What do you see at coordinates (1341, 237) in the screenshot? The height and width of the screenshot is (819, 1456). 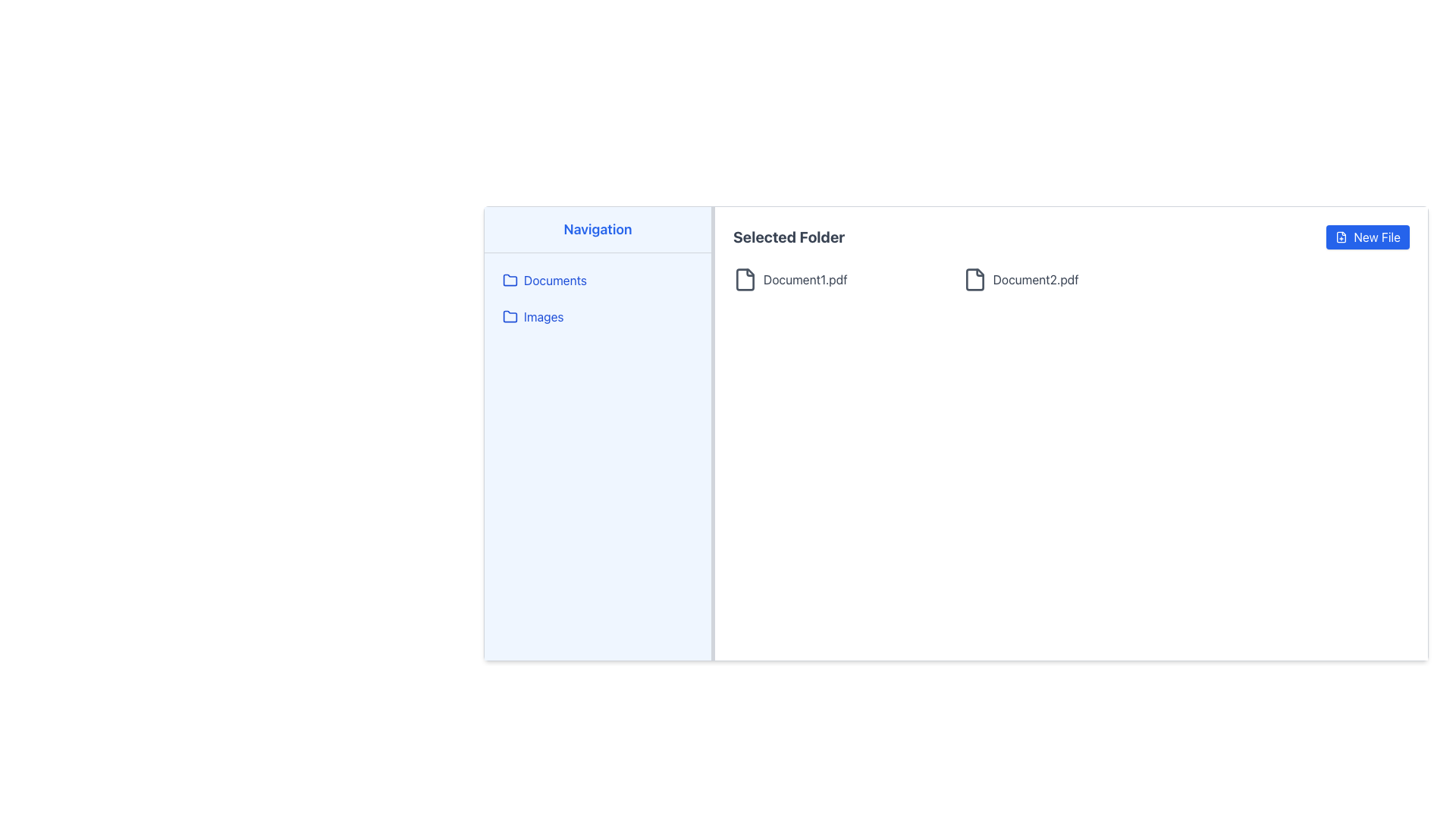 I see `the graphical icon resembling a file with a plus symbol, located inside the 'New File' button in the top-right corner of the interface` at bounding box center [1341, 237].